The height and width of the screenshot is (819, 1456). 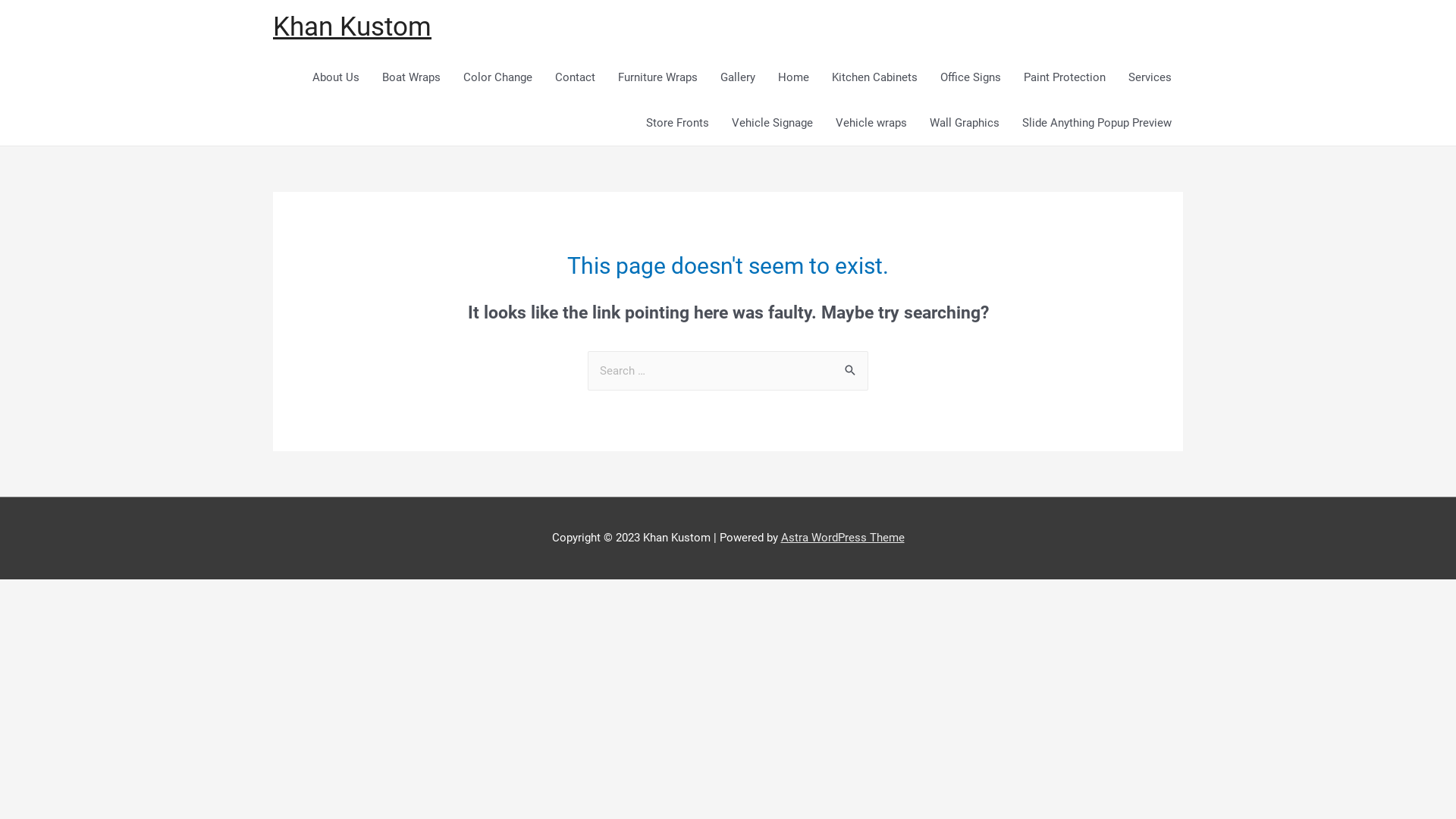 What do you see at coordinates (607, 77) in the screenshot?
I see `'Furniture Wraps'` at bounding box center [607, 77].